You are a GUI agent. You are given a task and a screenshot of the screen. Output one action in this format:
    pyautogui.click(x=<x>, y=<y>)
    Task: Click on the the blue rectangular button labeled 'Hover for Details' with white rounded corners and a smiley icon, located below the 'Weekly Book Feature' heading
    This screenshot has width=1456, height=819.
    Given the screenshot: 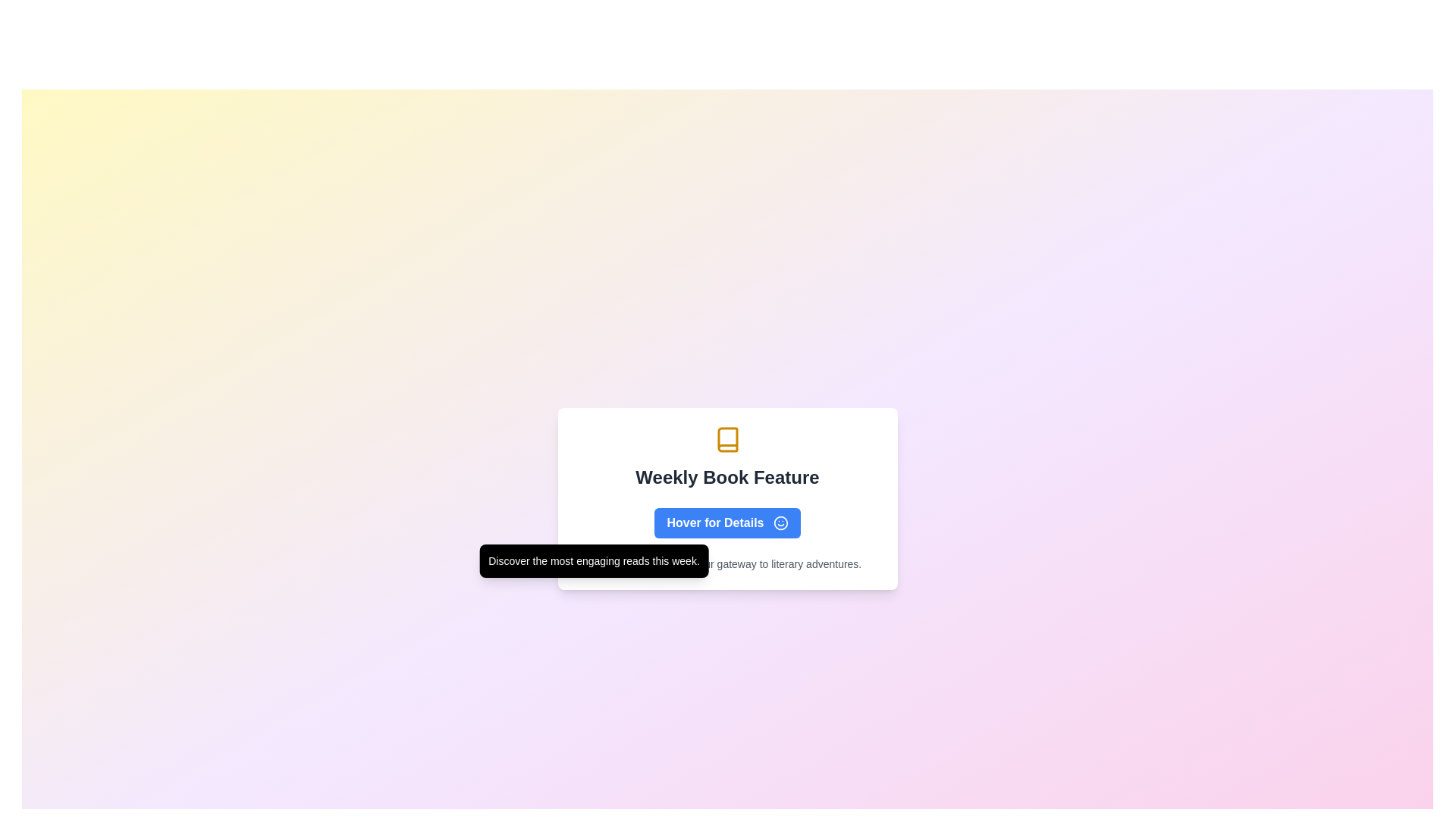 What is the action you would take?
    pyautogui.click(x=726, y=522)
    